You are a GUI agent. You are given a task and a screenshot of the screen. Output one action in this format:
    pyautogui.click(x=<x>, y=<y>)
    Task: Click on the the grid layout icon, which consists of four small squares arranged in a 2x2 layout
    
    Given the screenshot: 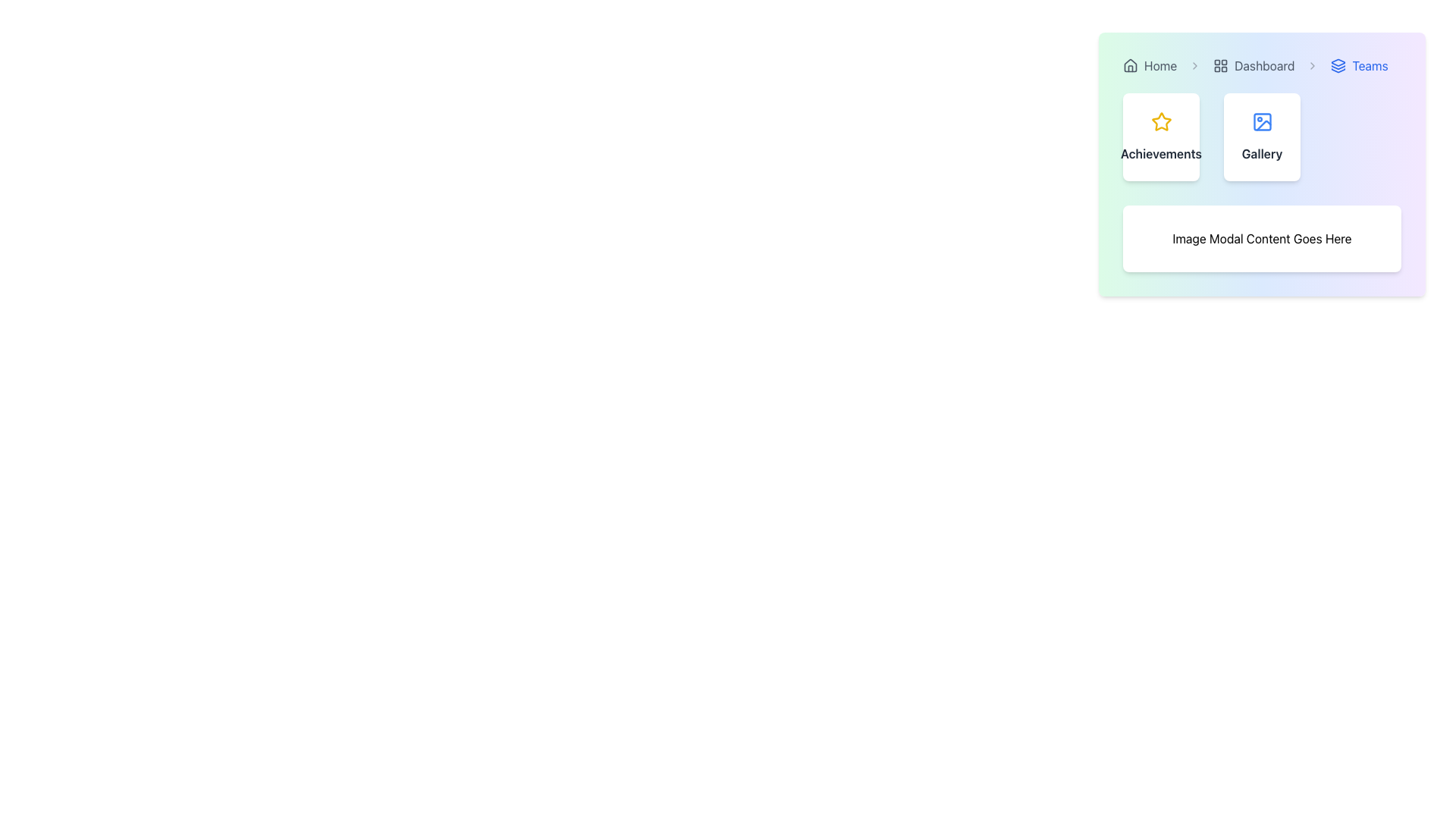 What is the action you would take?
    pyautogui.click(x=1220, y=65)
    